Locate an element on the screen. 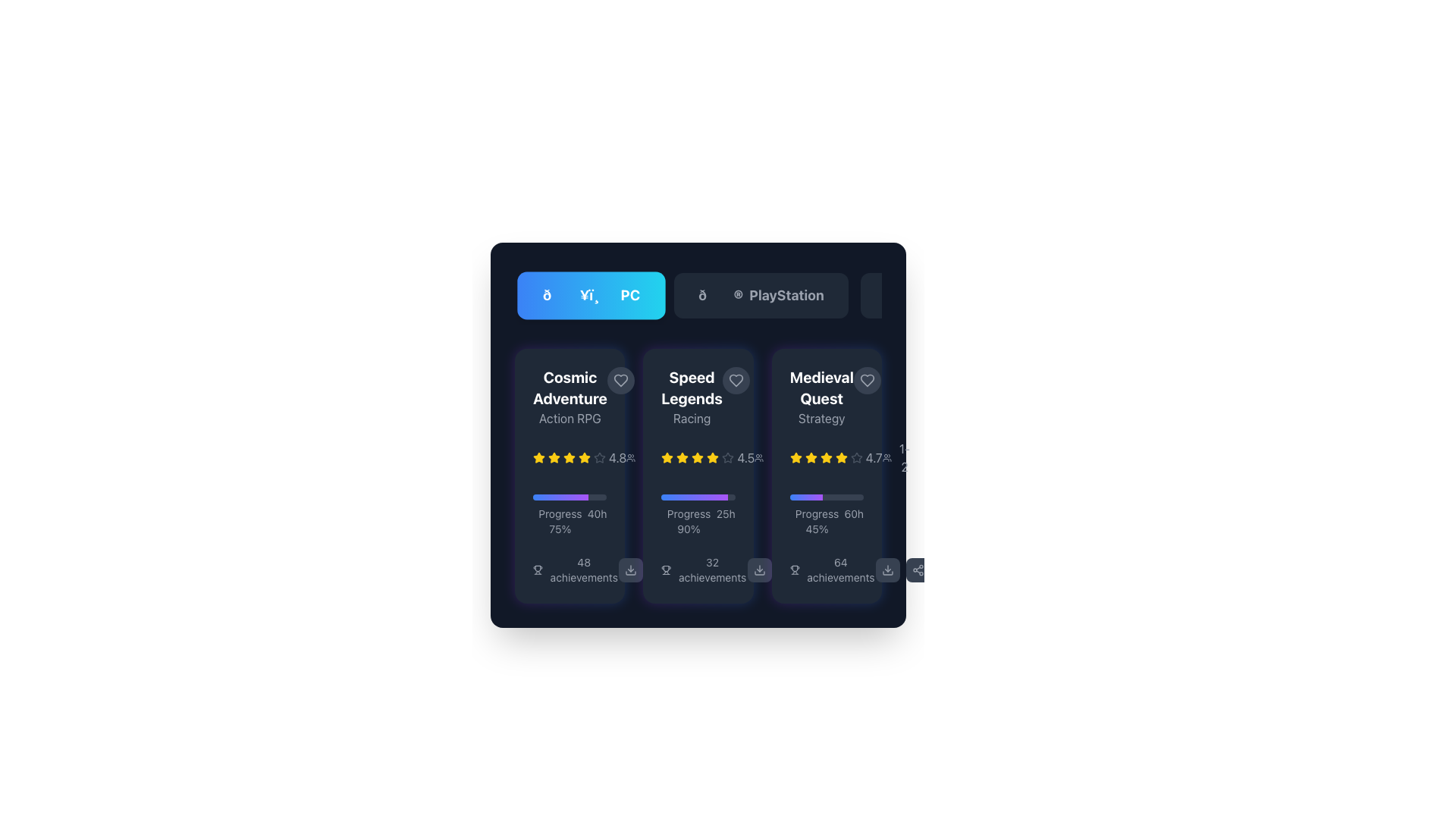  the star icon that represents the fractional portion of a 4.5-star rating for 'Speed Legends', located in the middle of the three displayed game cards is located at coordinates (728, 457).